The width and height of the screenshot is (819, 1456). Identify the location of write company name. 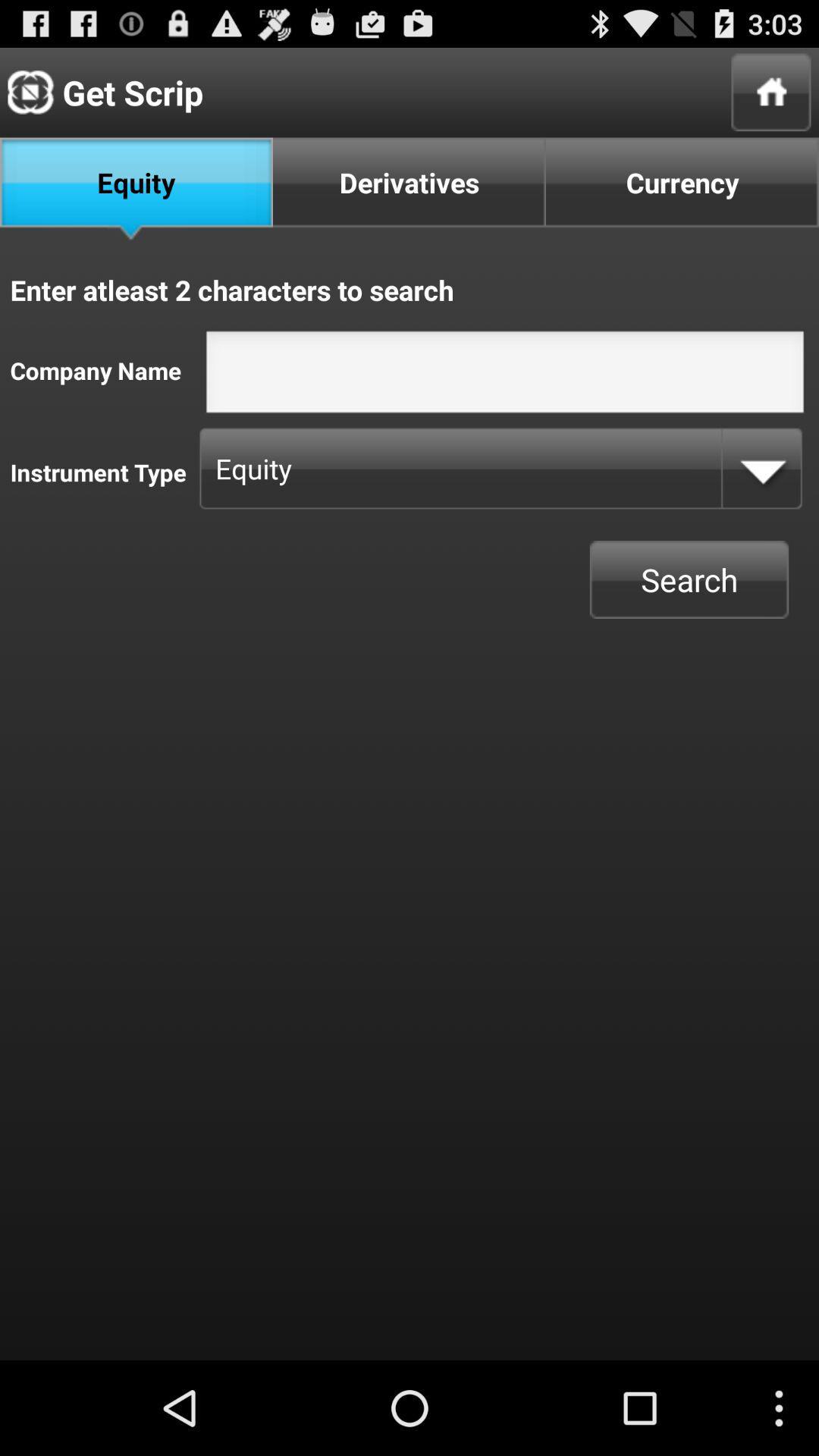
(505, 376).